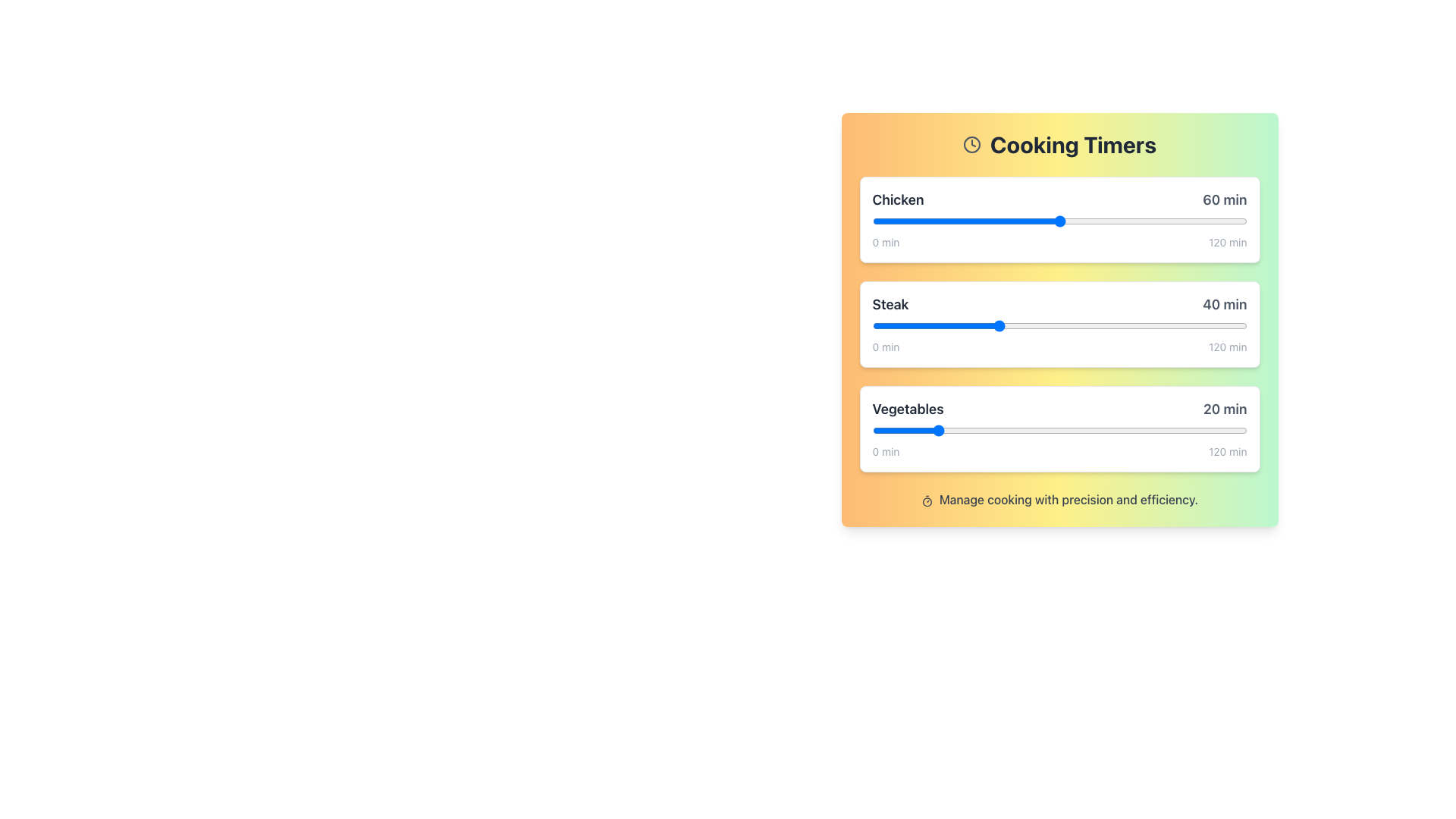 The width and height of the screenshot is (1456, 819). I want to click on the cooking timer for the chicken, so click(937, 221).